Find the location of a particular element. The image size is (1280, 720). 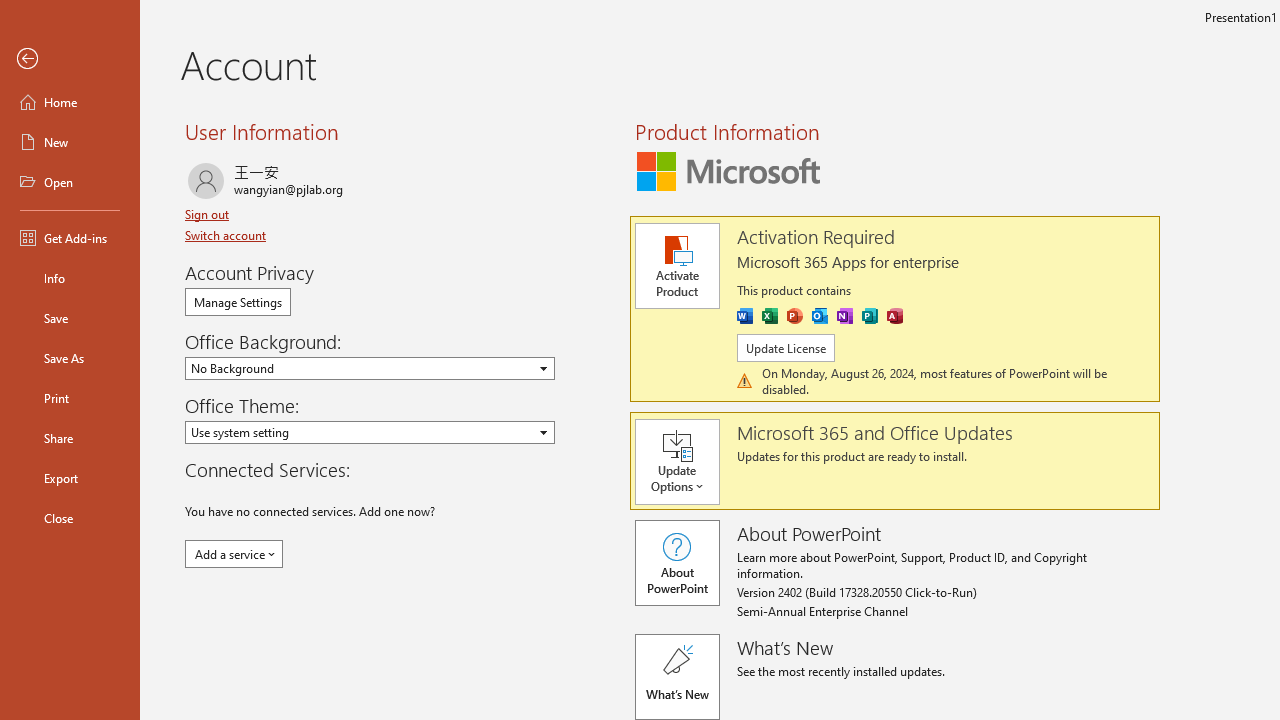

'Save As' is located at coordinates (69, 356).